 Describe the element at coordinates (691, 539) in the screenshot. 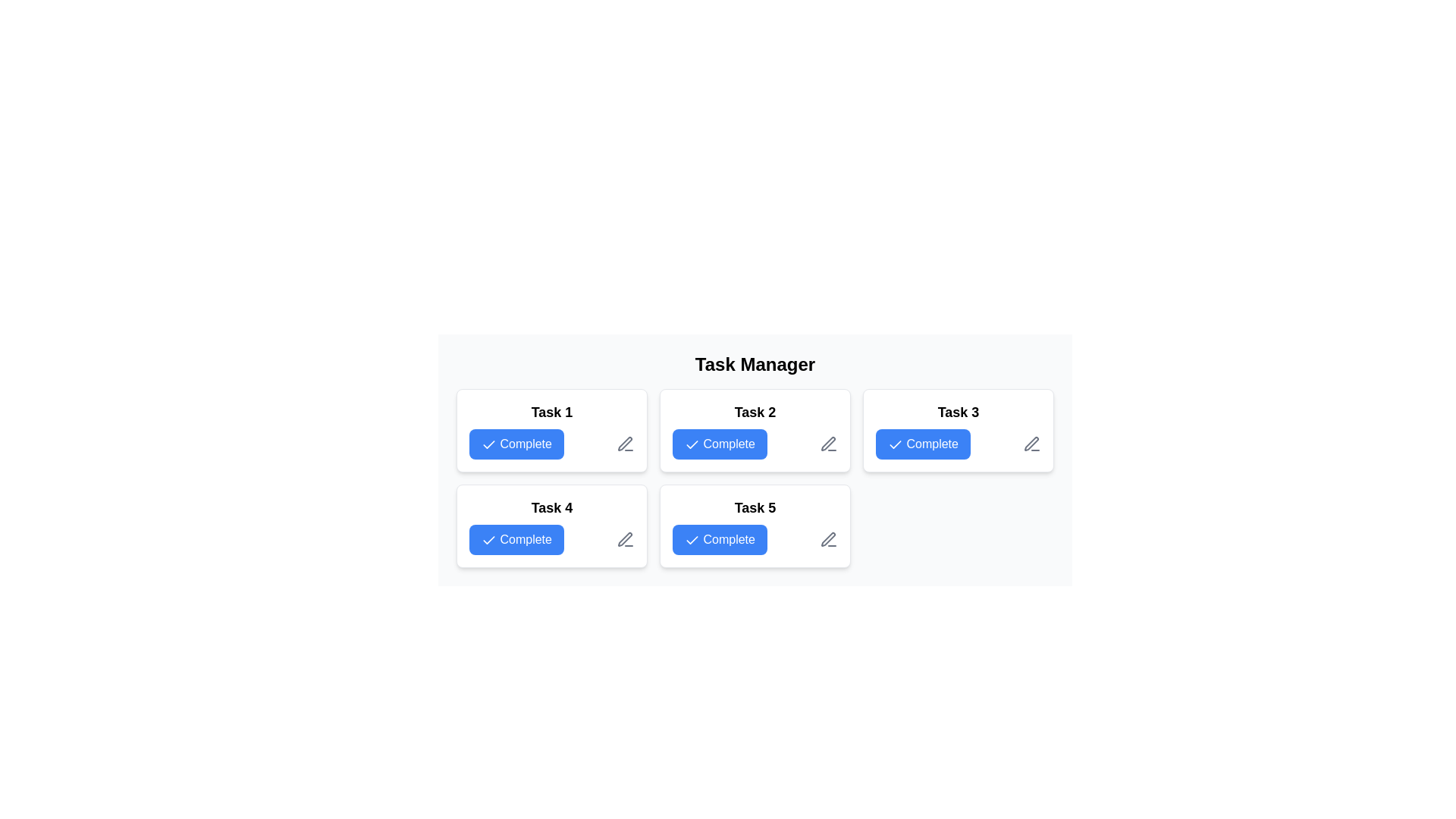

I see `the checkmark SVG icon within the blue 'Complete' button in the 'Task 5' card located in the task grid beneath the 'Task Manager' heading` at that location.